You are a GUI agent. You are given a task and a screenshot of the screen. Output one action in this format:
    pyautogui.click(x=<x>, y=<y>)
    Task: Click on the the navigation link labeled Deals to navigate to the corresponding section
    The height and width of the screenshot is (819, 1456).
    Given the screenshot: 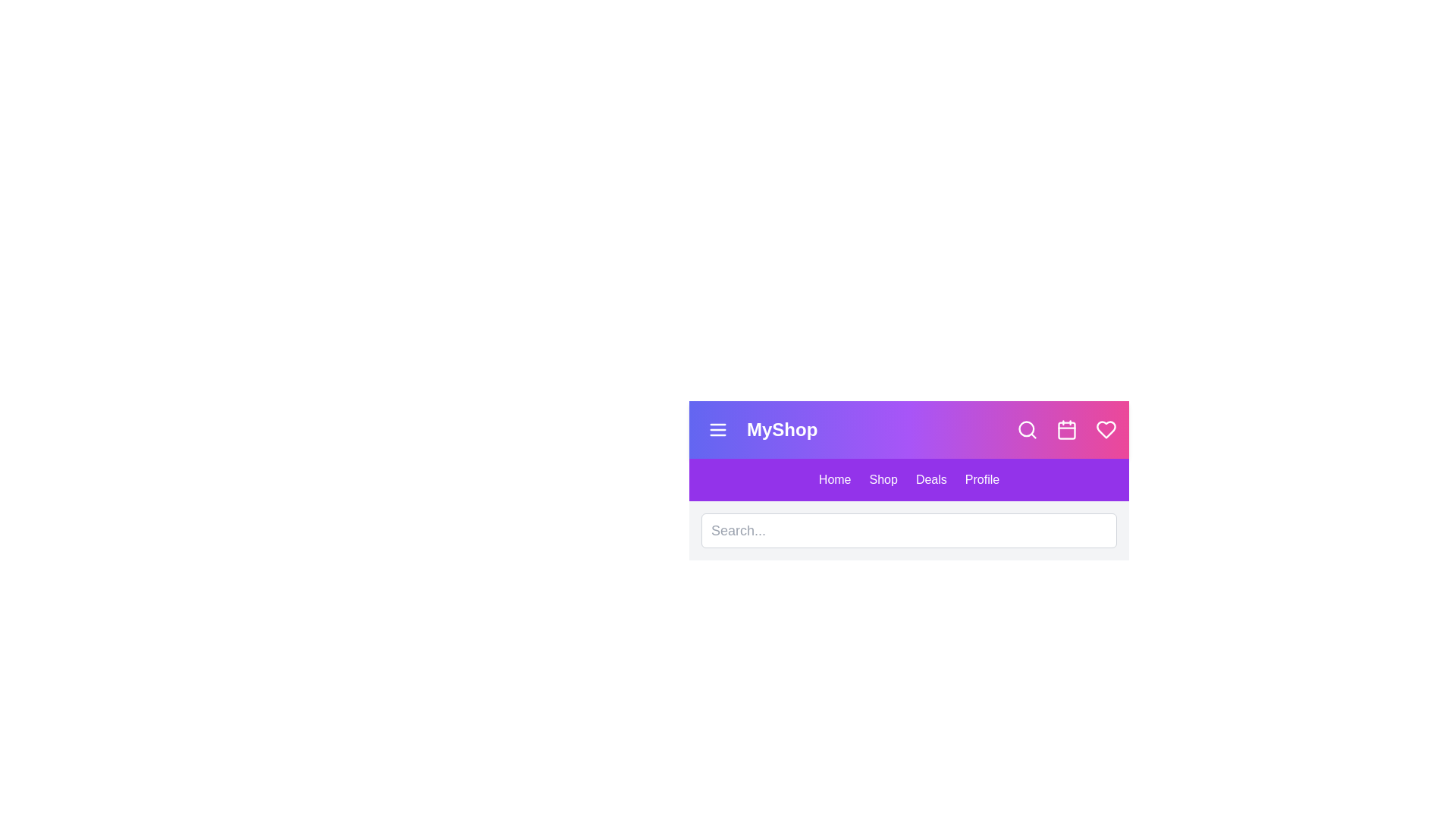 What is the action you would take?
    pyautogui.click(x=930, y=479)
    